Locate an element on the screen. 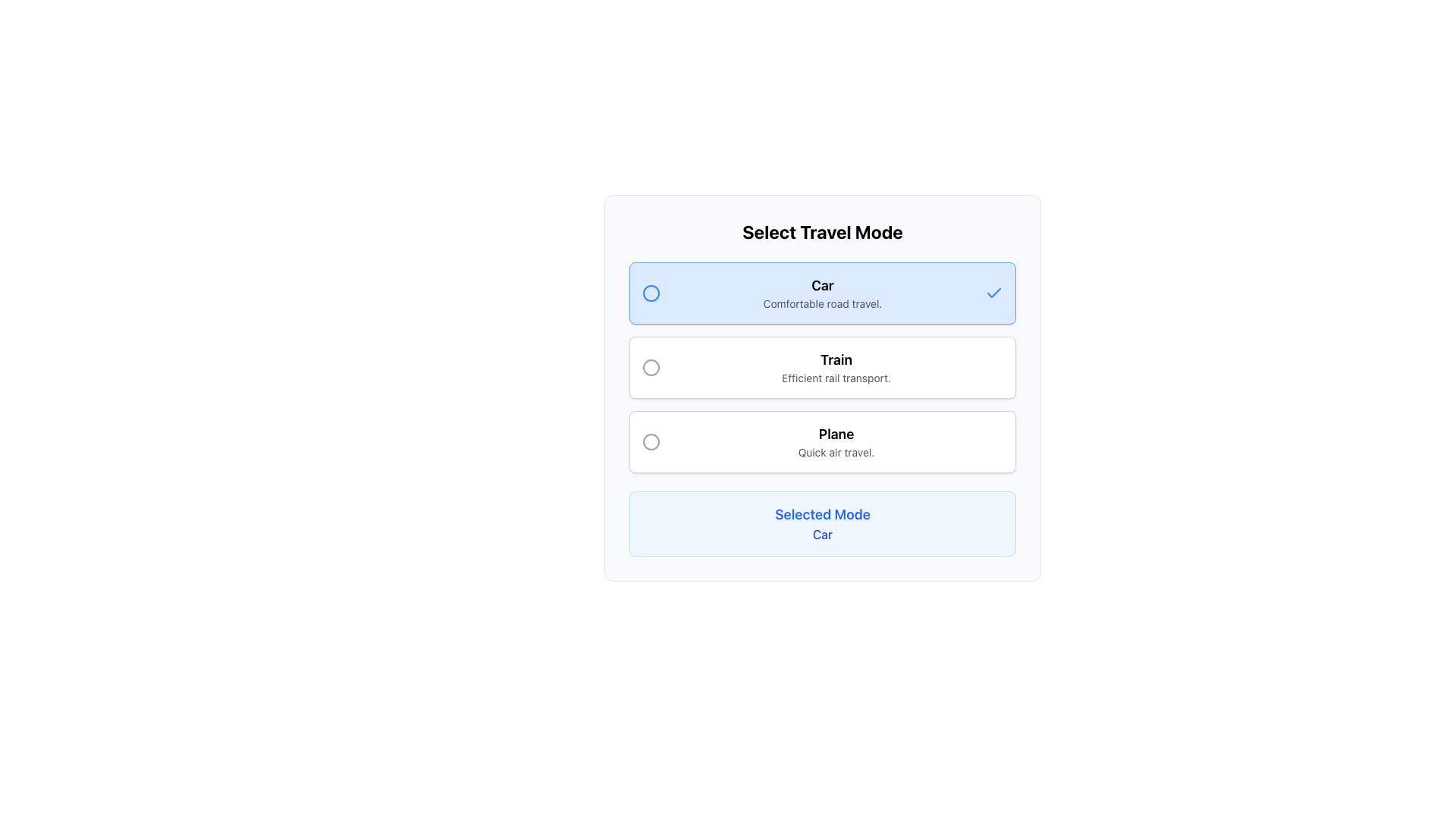 The image size is (1456, 819). the text label providing a descriptive subtitle for the 'Plane' travel mode option, which is located directly below the text 'Plane' in the 'Select Travel Mode' interface is located at coordinates (836, 452).